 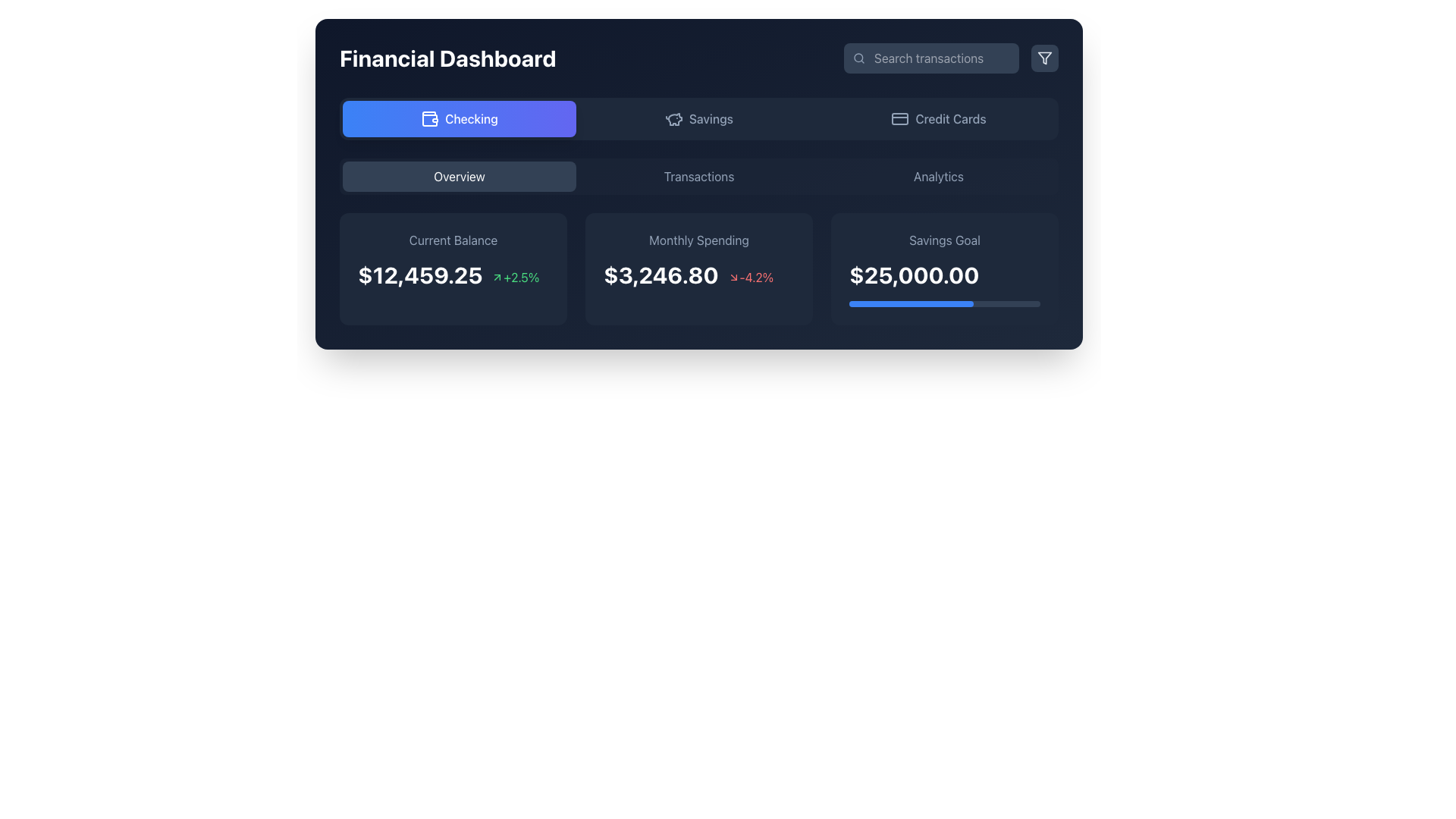 What do you see at coordinates (750, 278) in the screenshot?
I see `the decorated text with an icon indicating a negative percentage change, located to the right of the text '$3,246.80' in the 'Monthly Spending' section` at bounding box center [750, 278].